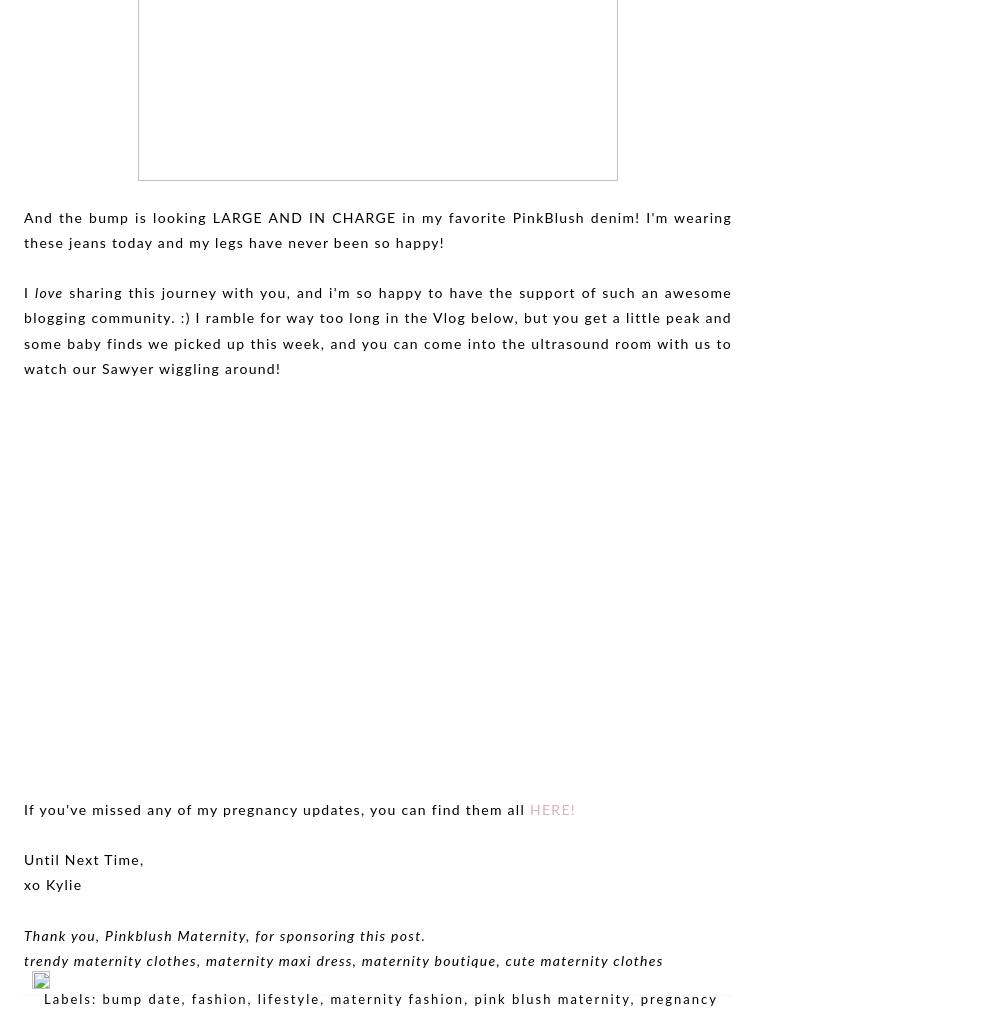 This screenshot has height=1027, width=1008. Describe the element at coordinates (551, 999) in the screenshot. I see `'pink blush maternity'` at that location.